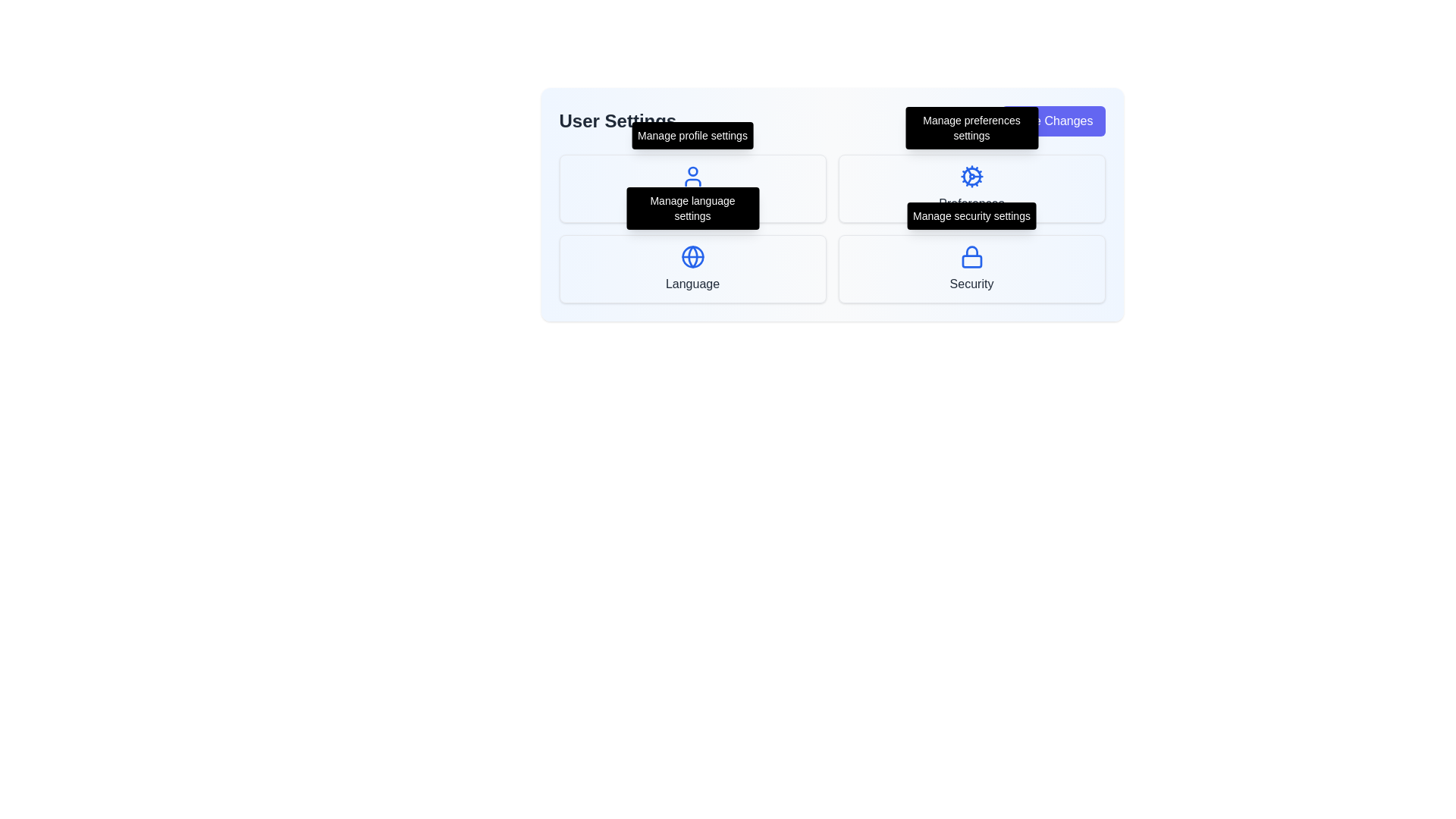  Describe the element at coordinates (968, 171) in the screenshot. I see `the graphical decoration element that is part of the cogwheel icon in the 'Manage preferences settings' section, located in the upper-right quadrant of the display area` at that location.